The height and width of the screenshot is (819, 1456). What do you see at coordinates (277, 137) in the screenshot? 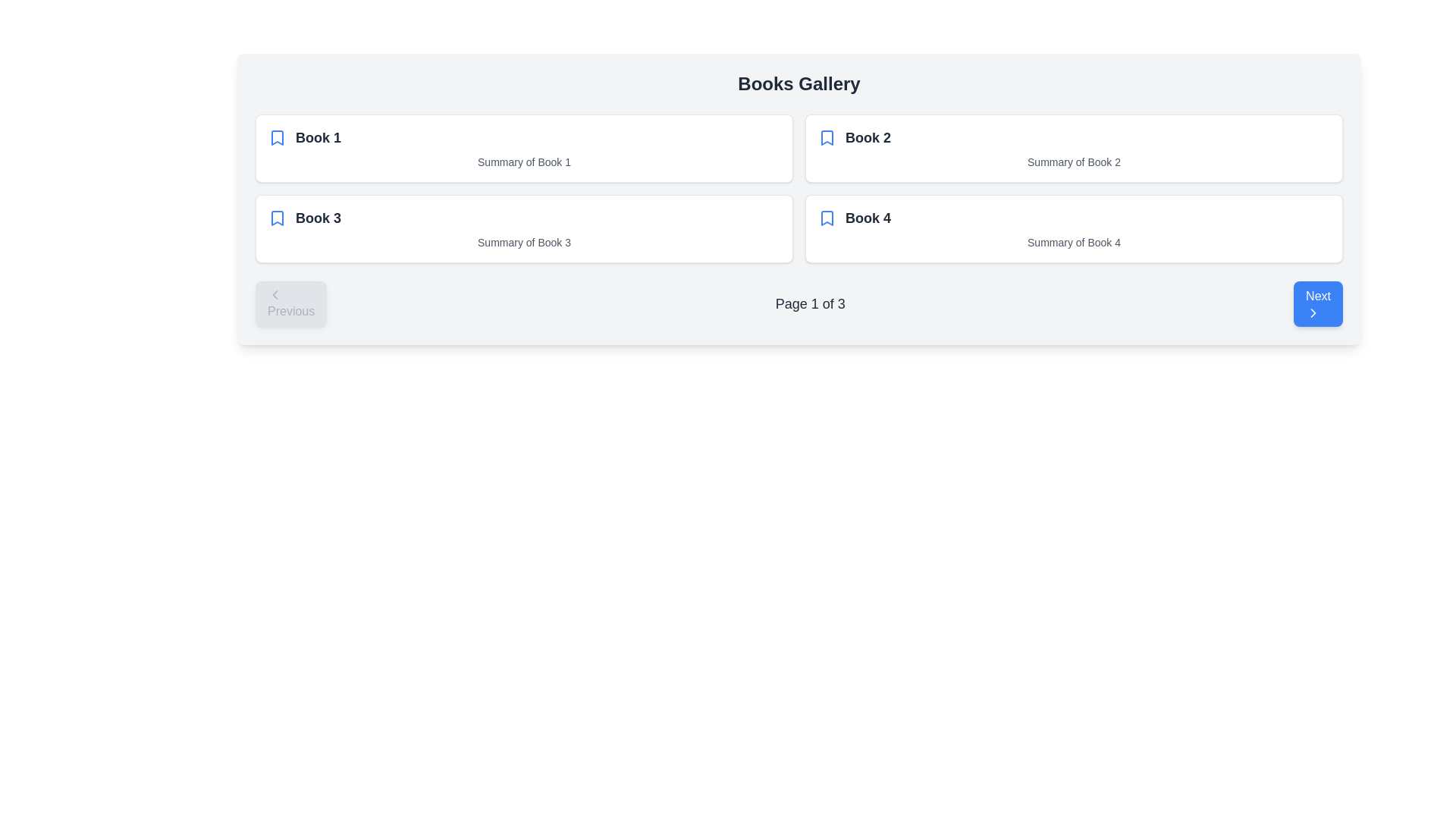
I see `the visual indicator icon that bookmarks 'Book 1', located to the left of the title within the first card of the Books Gallery` at bounding box center [277, 137].